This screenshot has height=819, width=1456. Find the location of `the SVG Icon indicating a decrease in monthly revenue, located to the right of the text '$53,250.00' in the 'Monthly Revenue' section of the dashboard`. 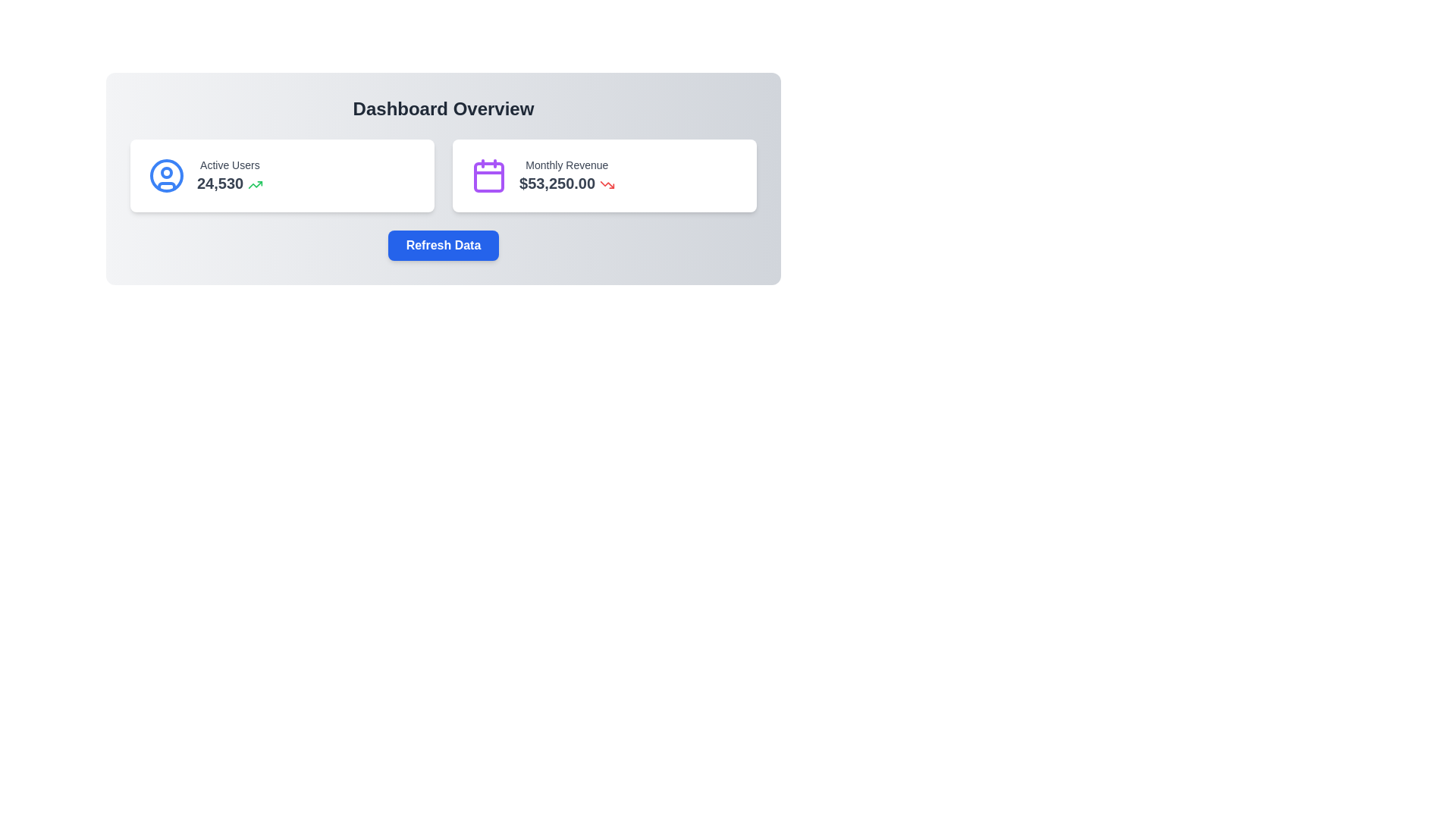

the SVG Icon indicating a decrease in monthly revenue, located to the right of the text '$53,250.00' in the 'Monthly Revenue' section of the dashboard is located at coordinates (607, 184).